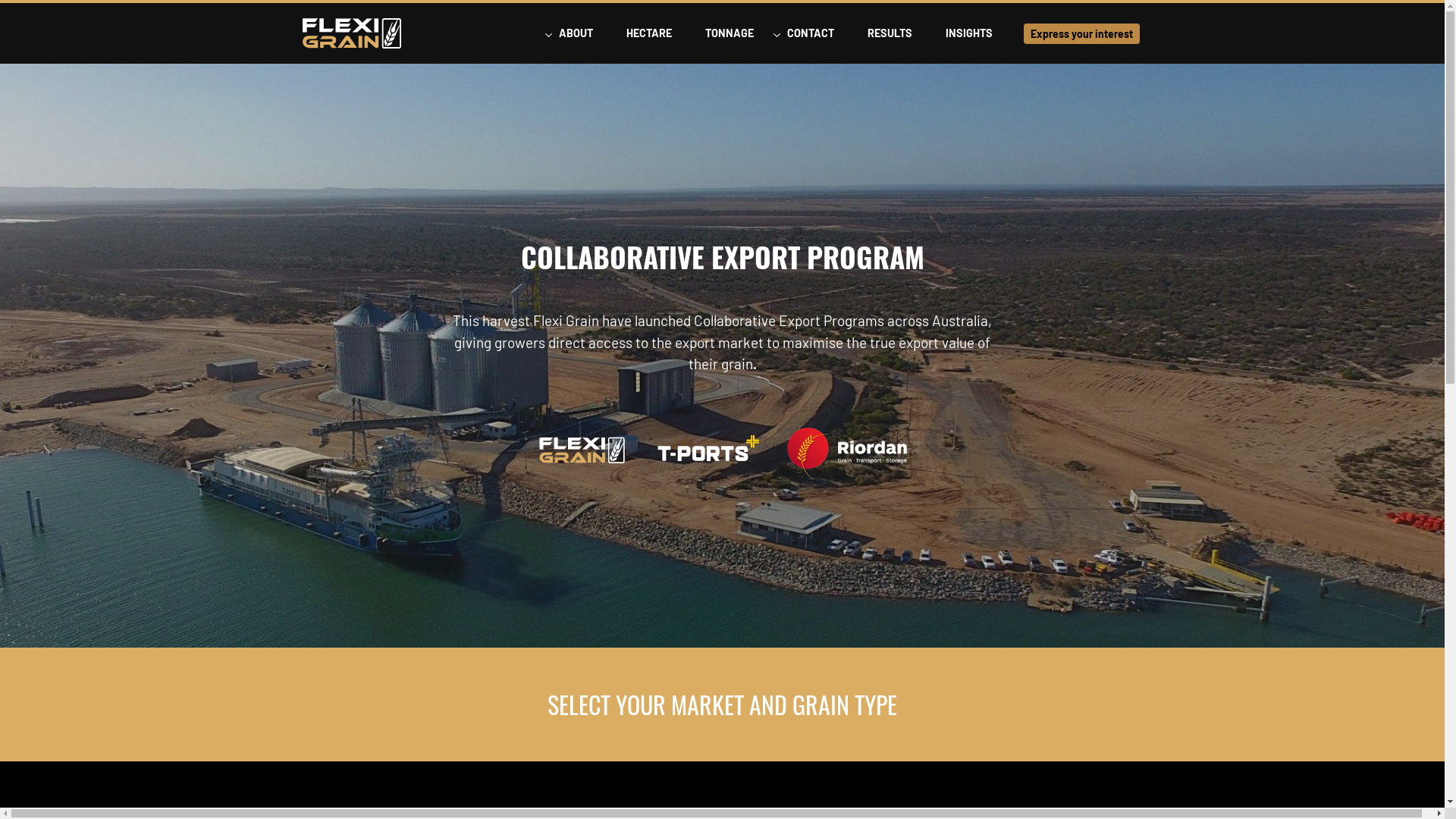 Image resolution: width=1456 pixels, height=819 pixels. Describe the element at coordinates (810, 33) in the screenshot. I see `'CONTACT'` at that location.